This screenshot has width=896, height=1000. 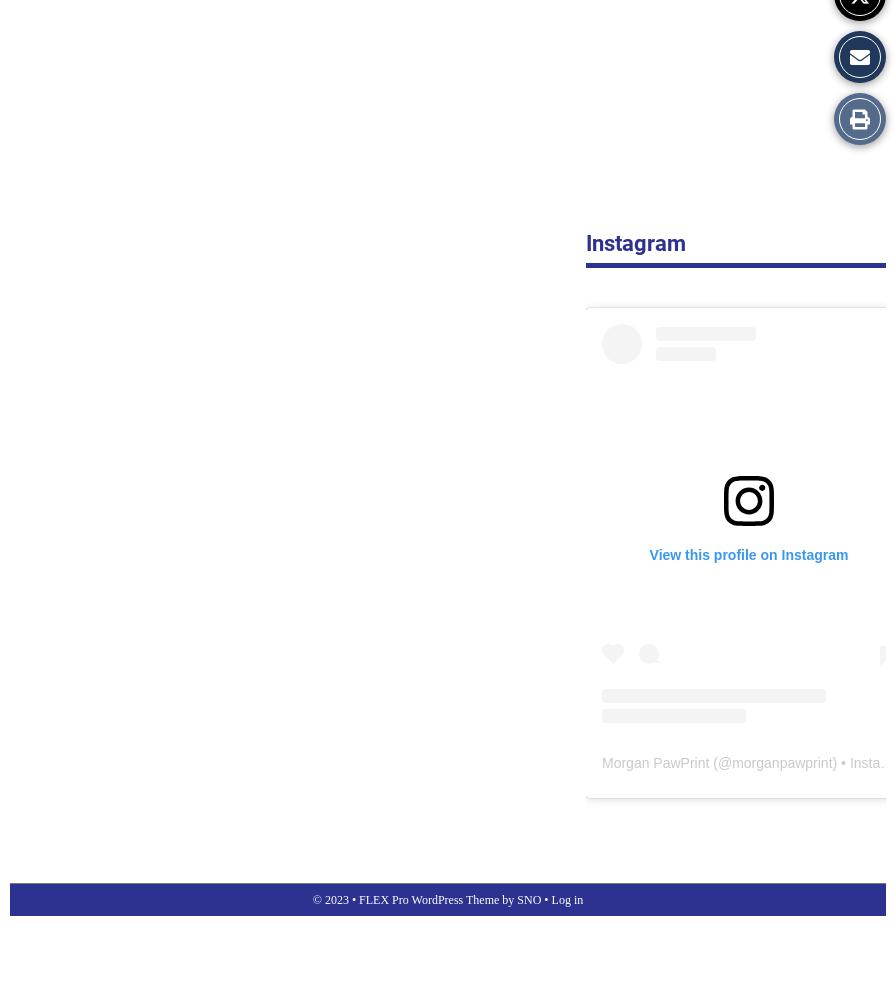 What do you see at coordinates (566, 899) in the screenshot?
I see `'Log in'` at bounding box center [566, 899].